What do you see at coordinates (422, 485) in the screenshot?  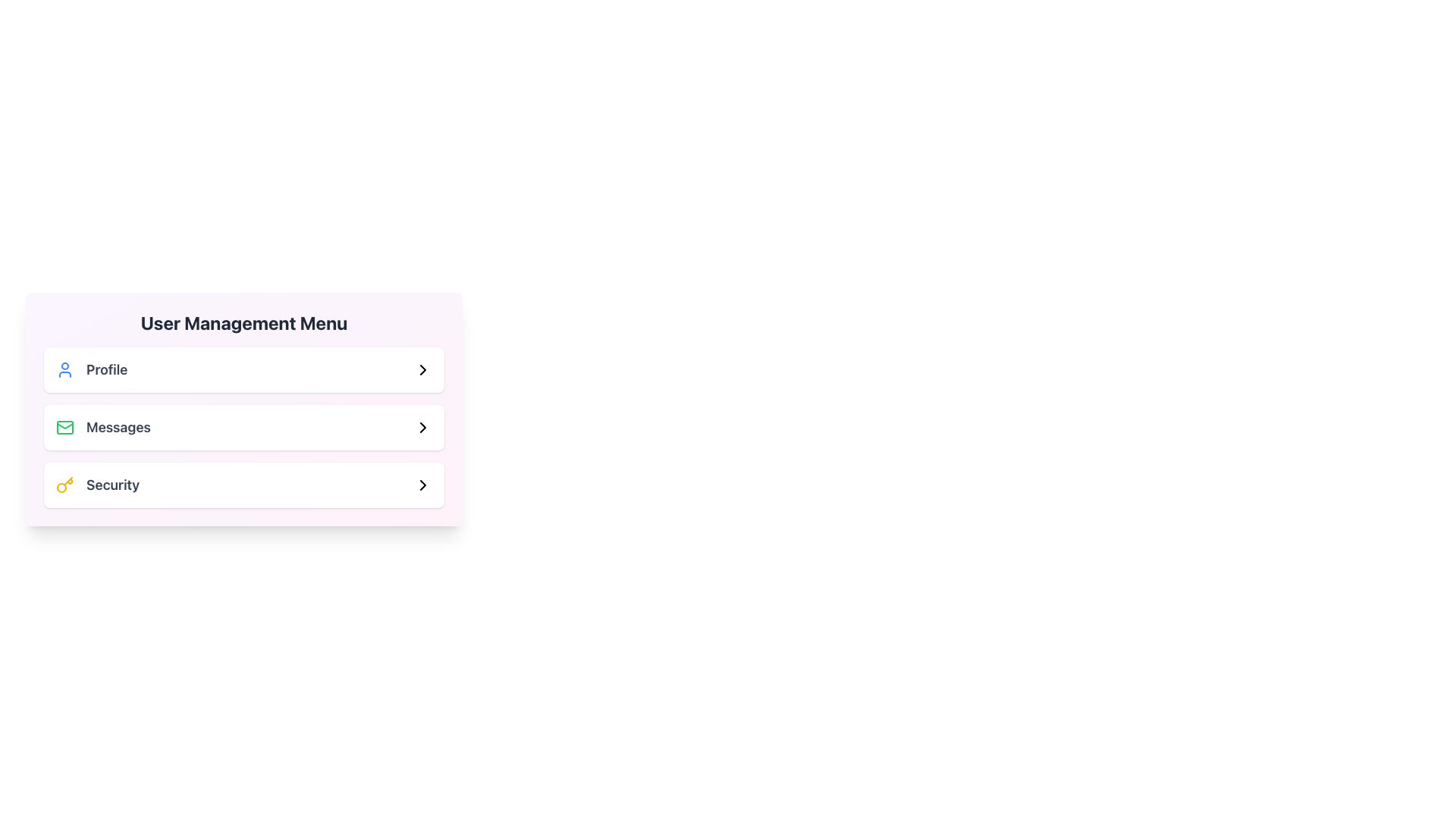 I see `the chevron icon located in the lower-right corner of the 'Security' menu item in the 'User Management Menu'` at bounding box center [422, 485].